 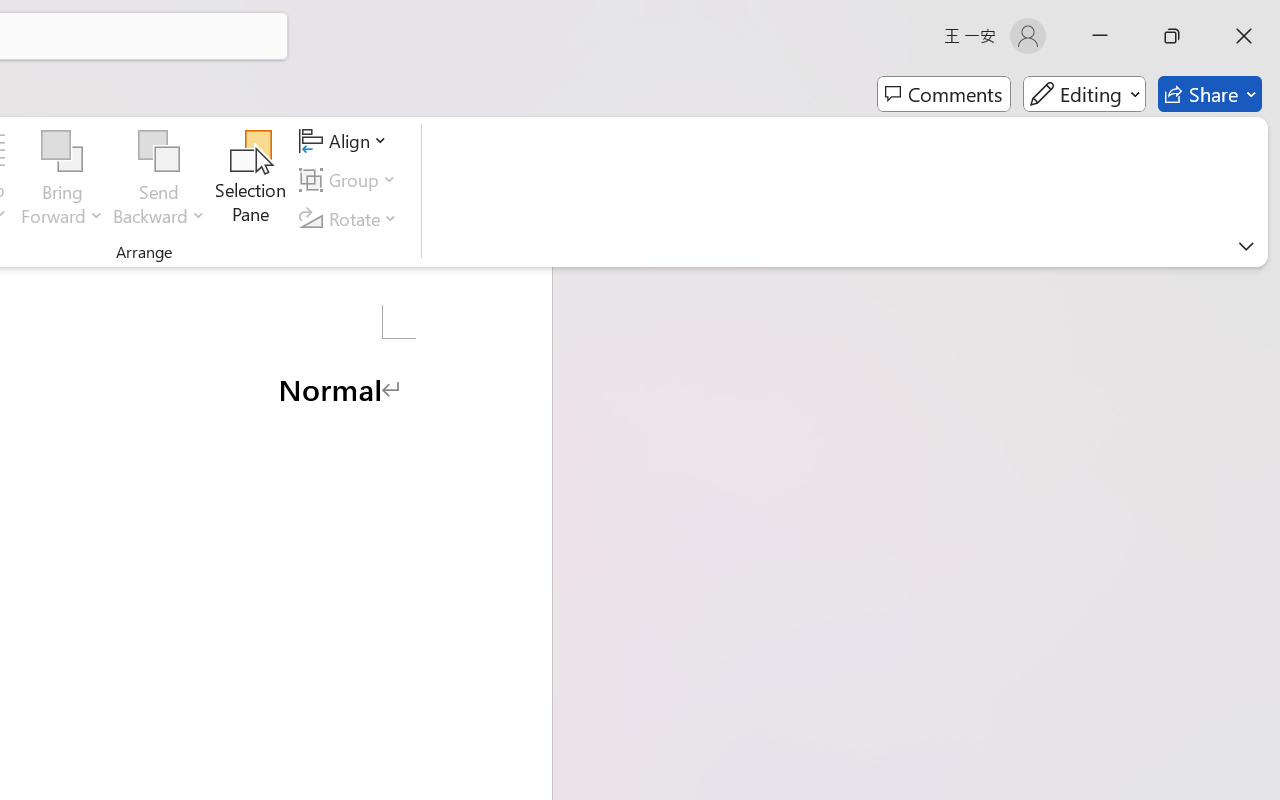 What do you see at coordinates (62, 151) in the screenshot?
I see `'Bring Forward'` at bounding box center [62, 151].